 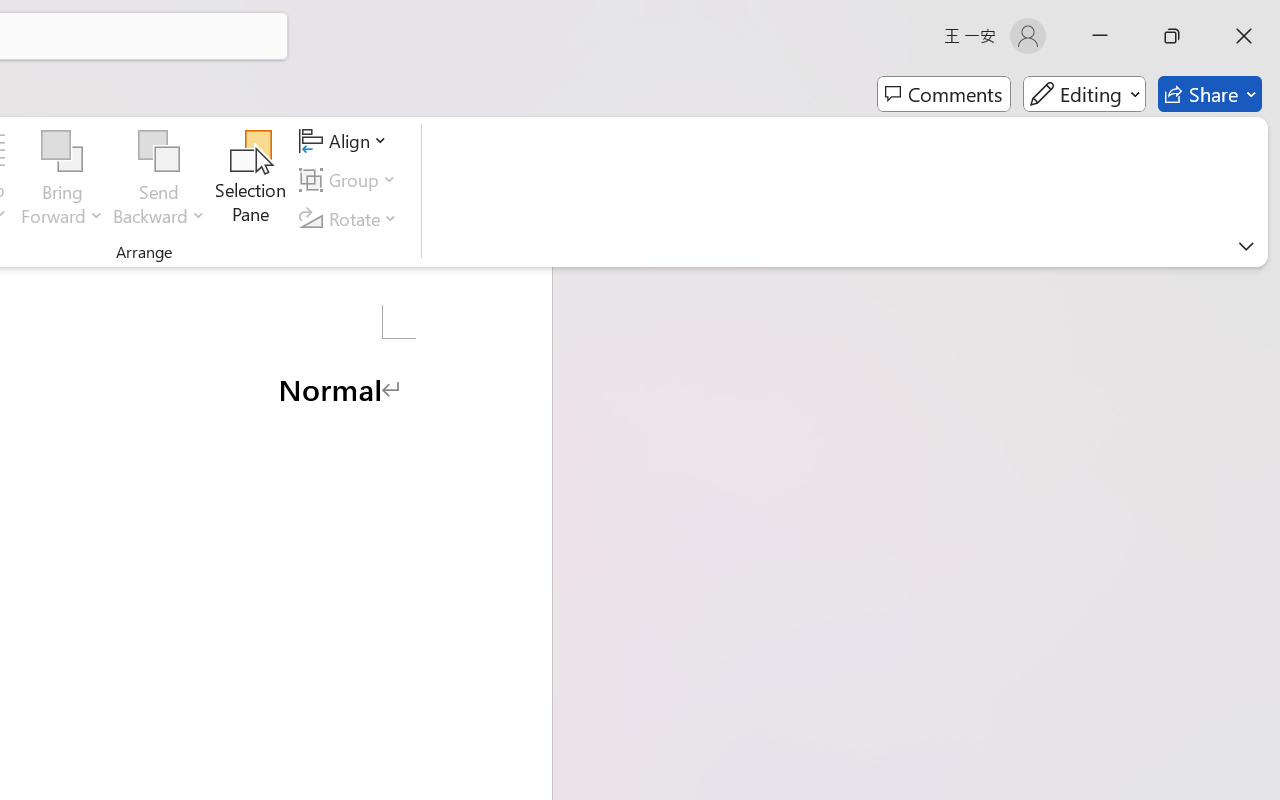 What do you see at coordinates (62, 151) in the screenshot?
I see `'Bring Forward'` at bounding box center [62, 151].